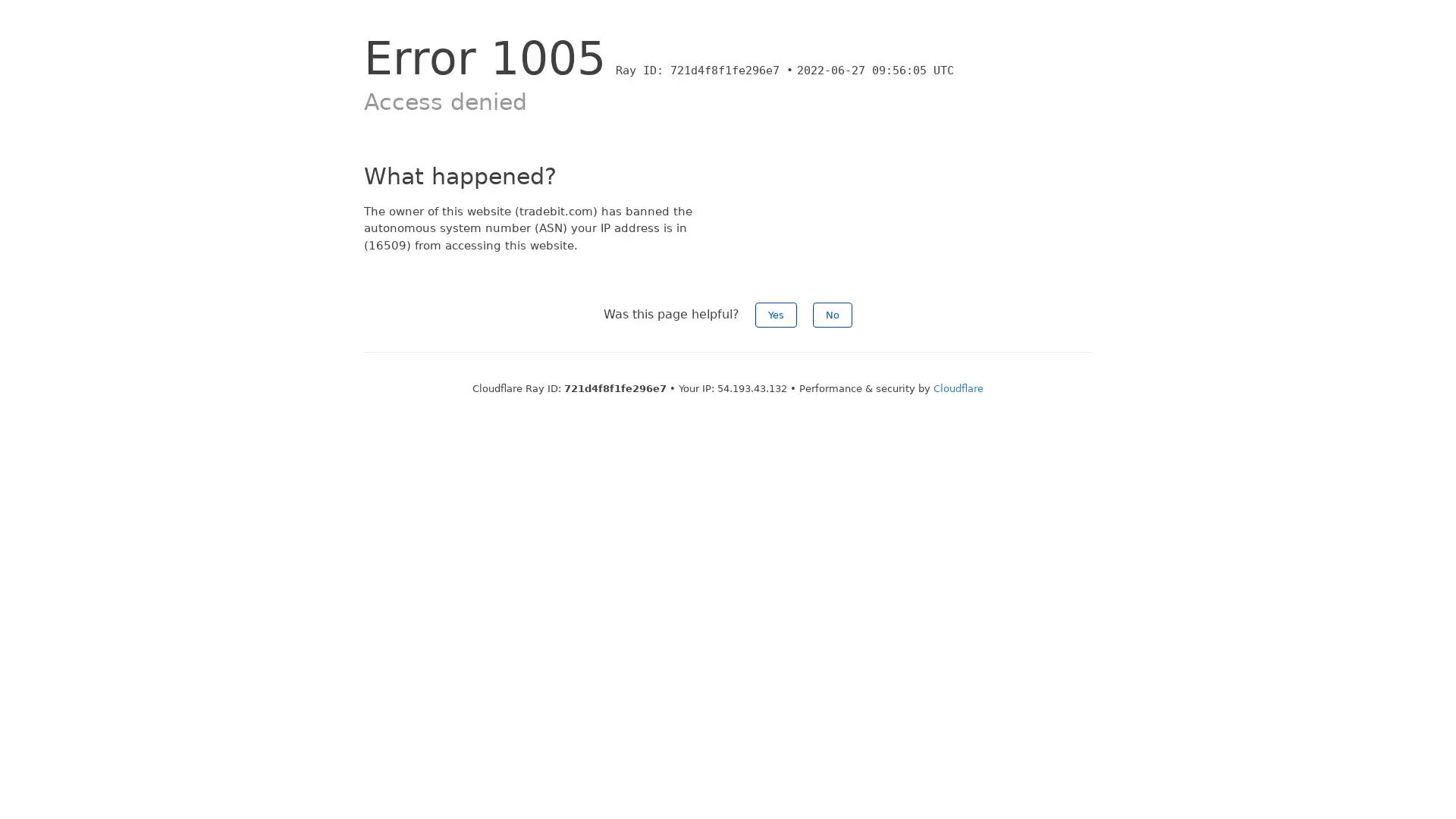 The height and width of the screenshot is (819, 1456). Describe the element at coordinates (832, 314) in the screenshot. I see `No` at that location.